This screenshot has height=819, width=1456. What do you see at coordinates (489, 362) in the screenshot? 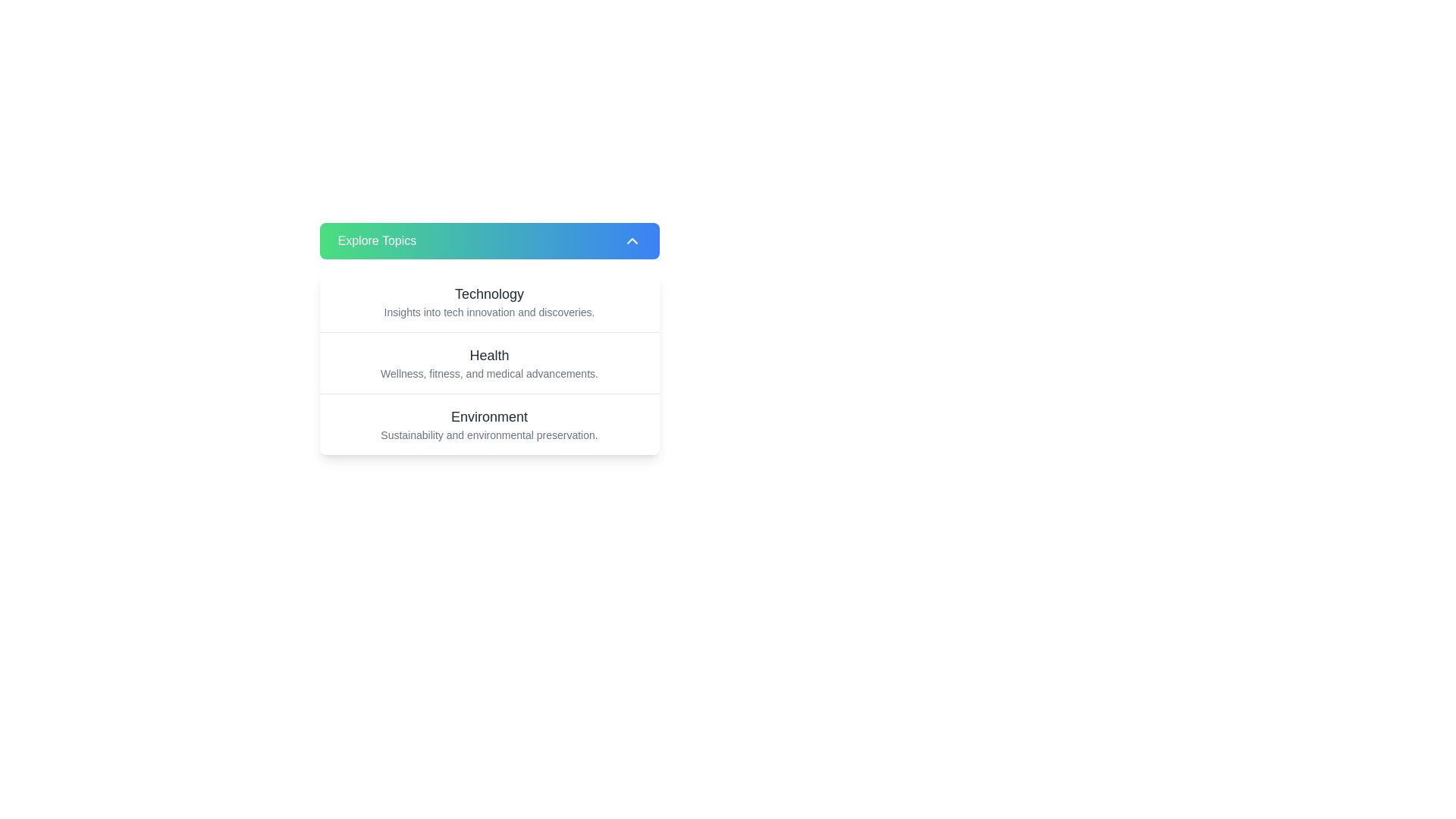
I see `the second option in the vertical list of topics` at bounding box center [489, 362].